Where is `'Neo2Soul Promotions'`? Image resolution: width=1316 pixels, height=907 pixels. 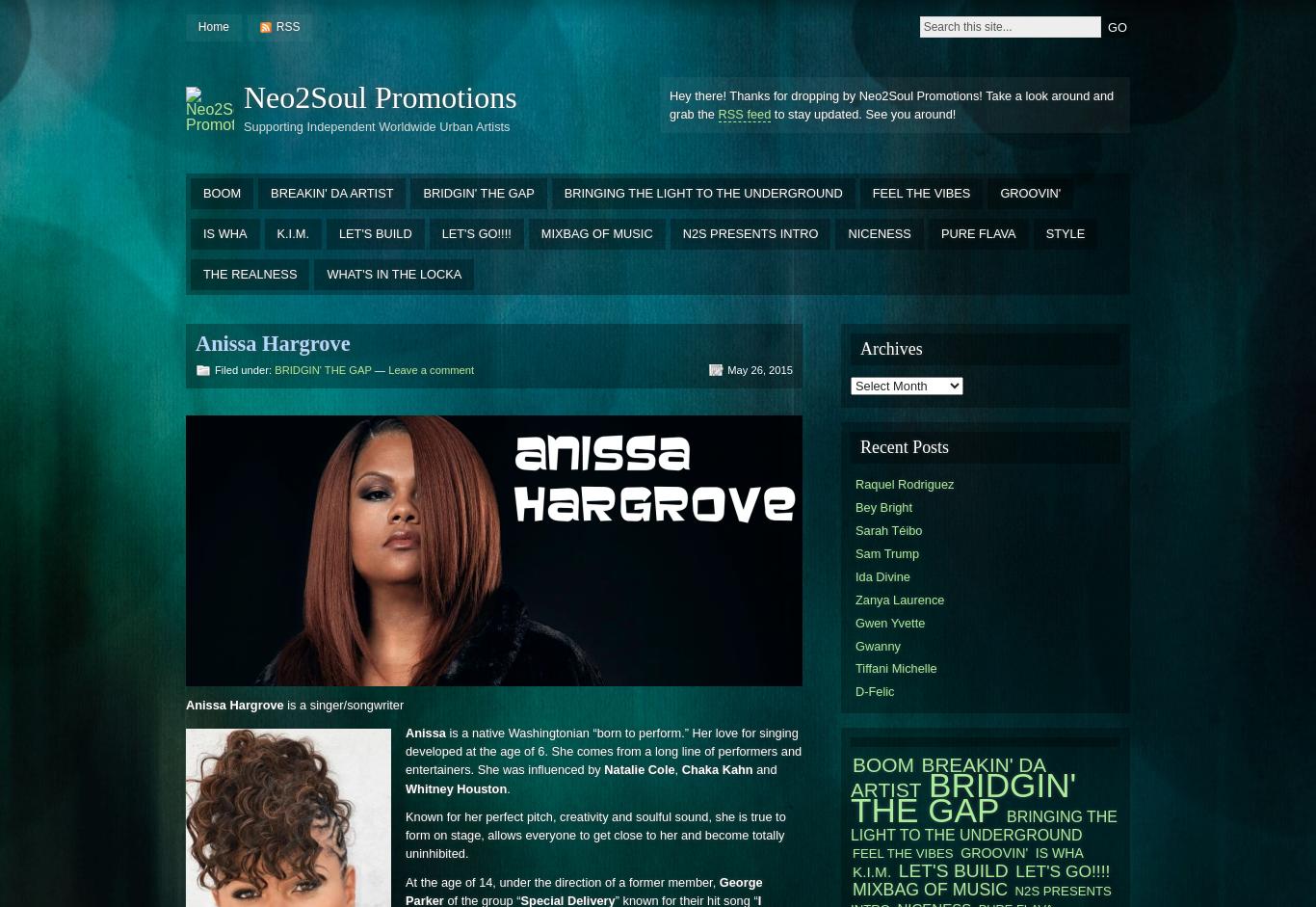
'Neo2Soul Promotions' is located at coordinates (379, 96).